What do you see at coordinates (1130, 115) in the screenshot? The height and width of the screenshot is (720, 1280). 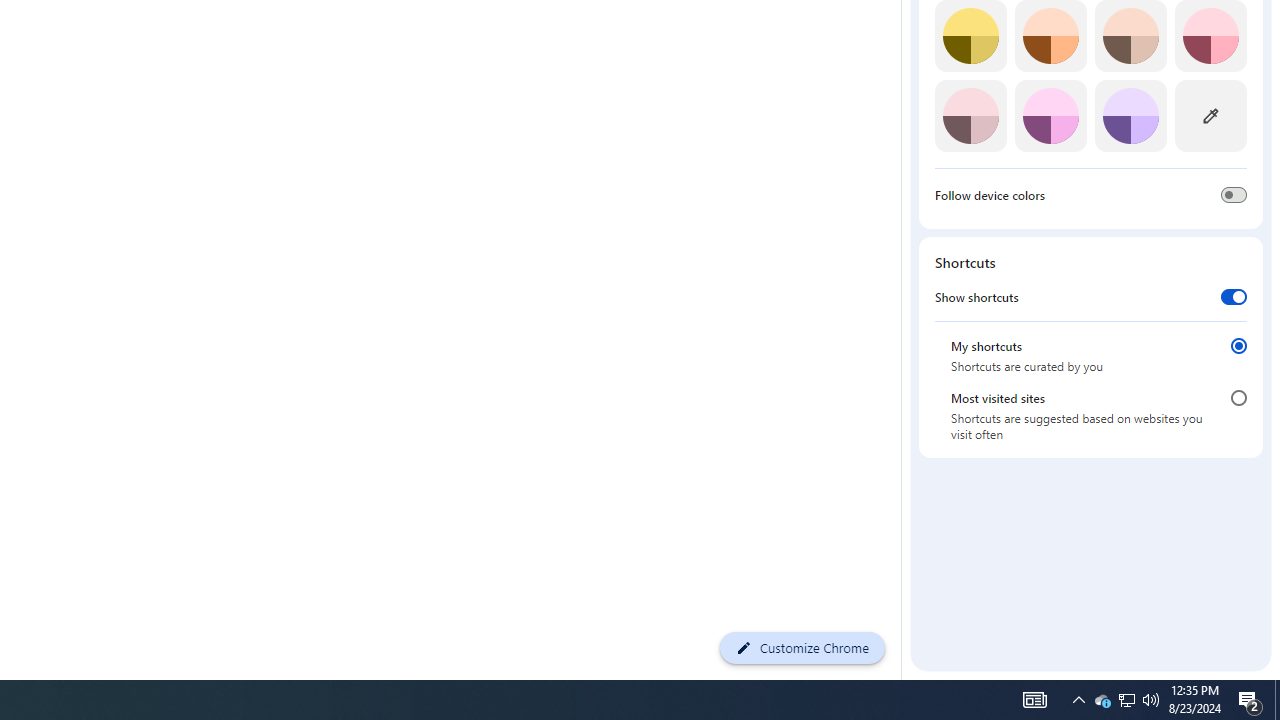 I see `'Violet'` at bounding box center [1130, 115].